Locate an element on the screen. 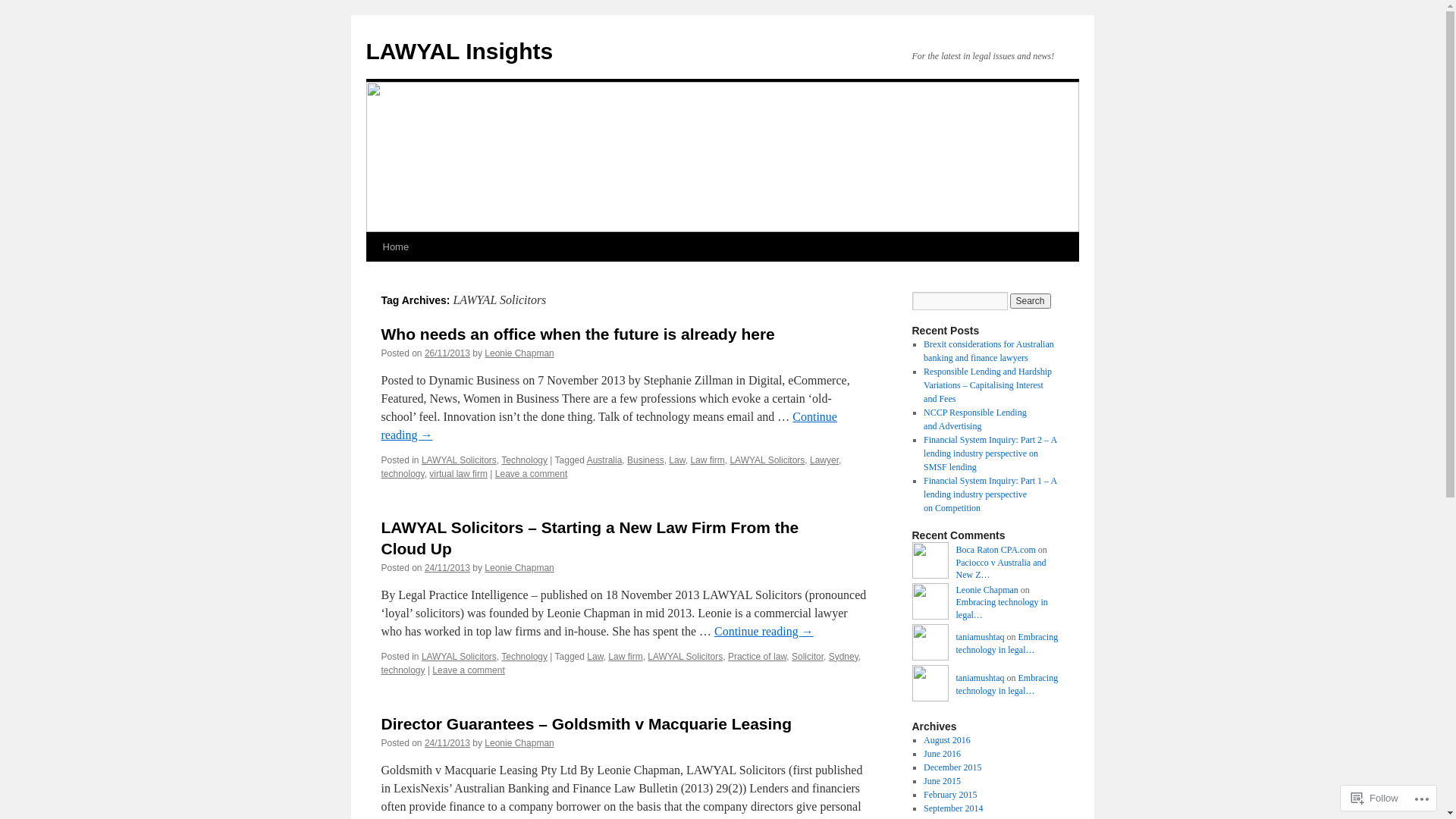 The height and width of the screenshot is (819, 1456). 'LAWYAL Solicitors' is located at coordinates (767, 459).